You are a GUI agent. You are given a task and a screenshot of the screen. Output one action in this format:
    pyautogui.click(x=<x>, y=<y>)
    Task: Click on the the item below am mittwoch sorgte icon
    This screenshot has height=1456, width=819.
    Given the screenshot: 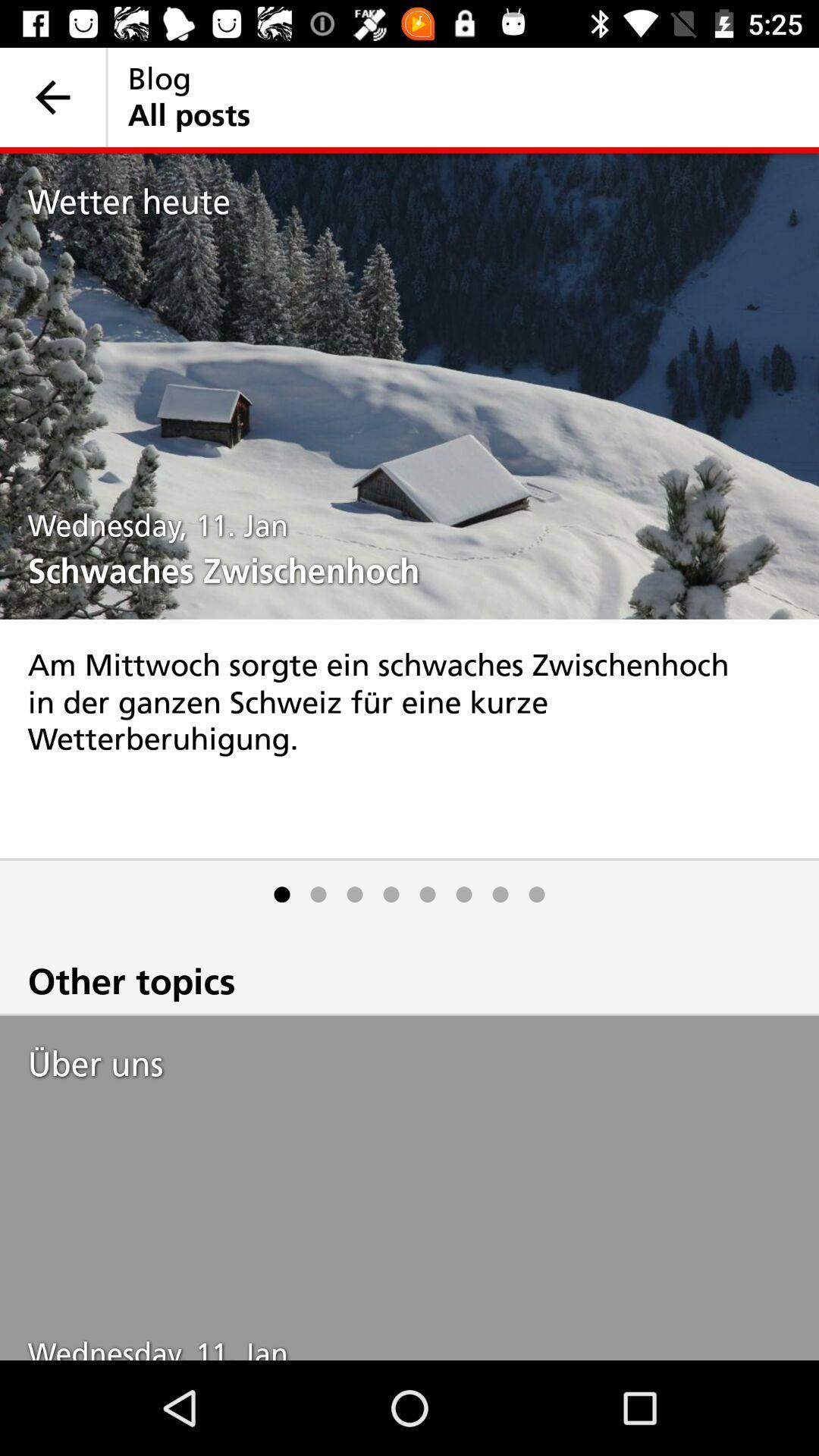 What is the action you would take?
    pyautogui.click(x=354, y=894)
    